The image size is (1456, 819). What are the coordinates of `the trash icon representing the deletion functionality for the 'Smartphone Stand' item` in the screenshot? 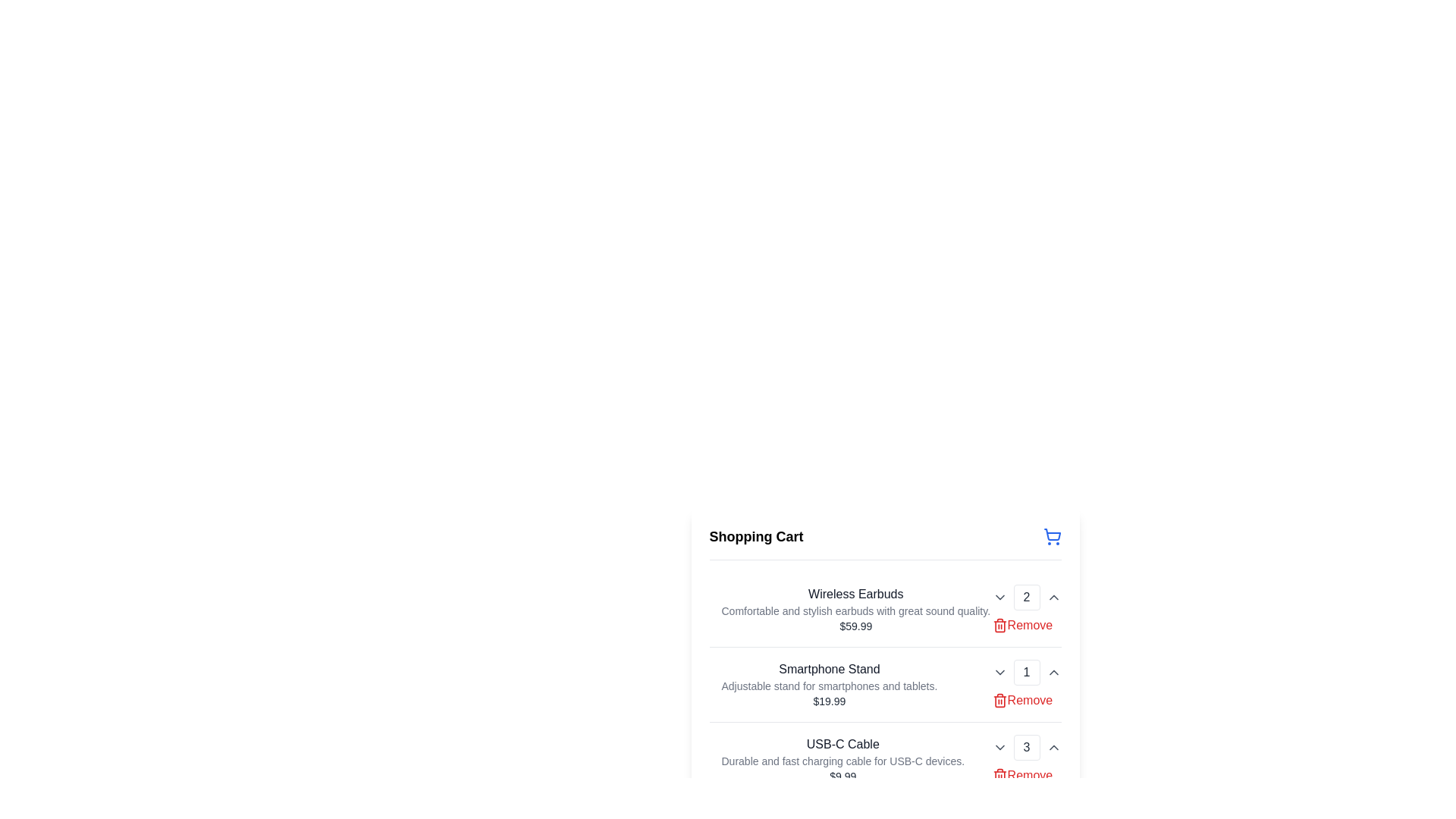 It's located at (999, 701).